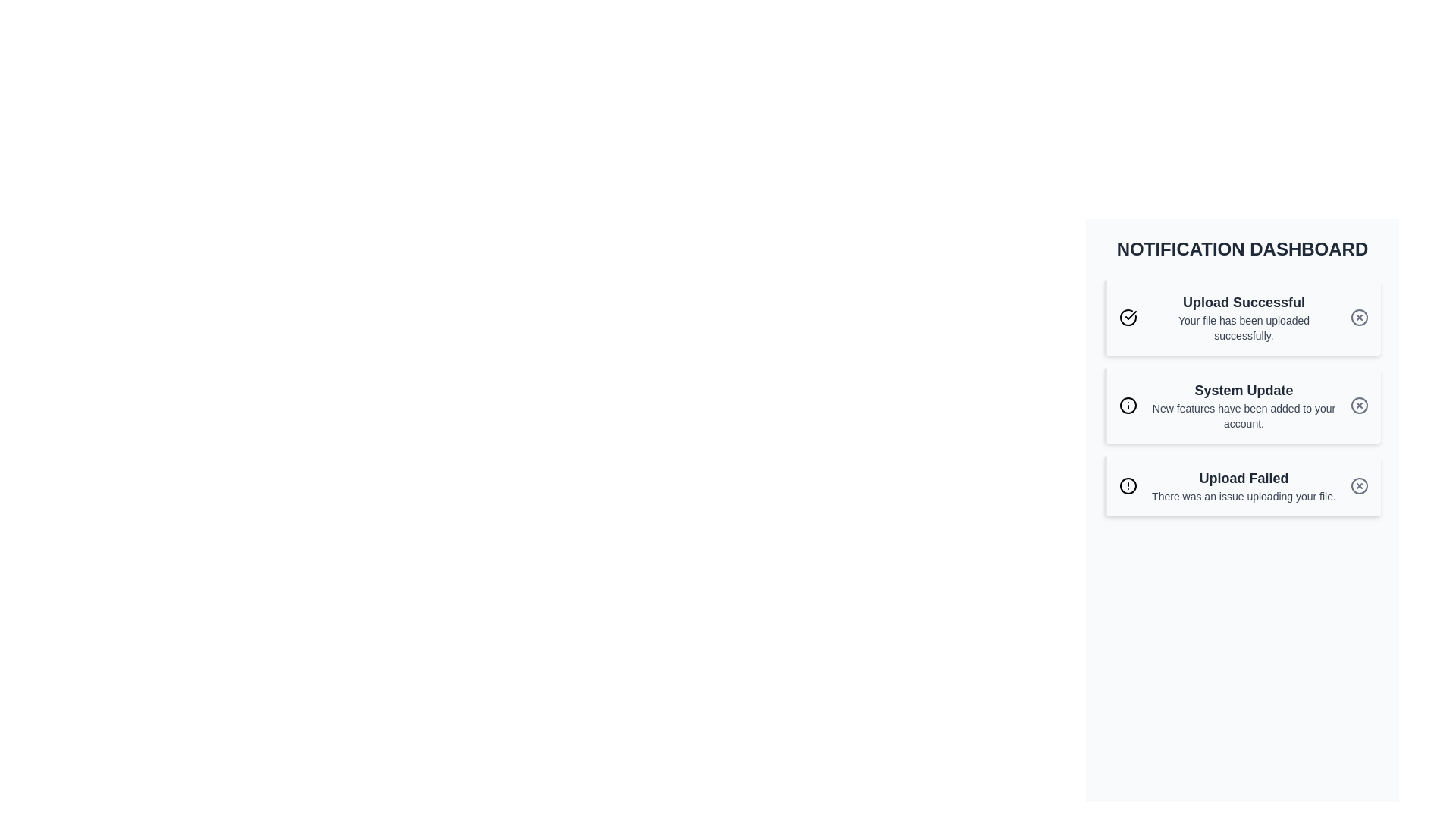  I want to click on the outermost circular part of the 'System Update' notification icon located in the notification dashboard, so click(1128, 405).